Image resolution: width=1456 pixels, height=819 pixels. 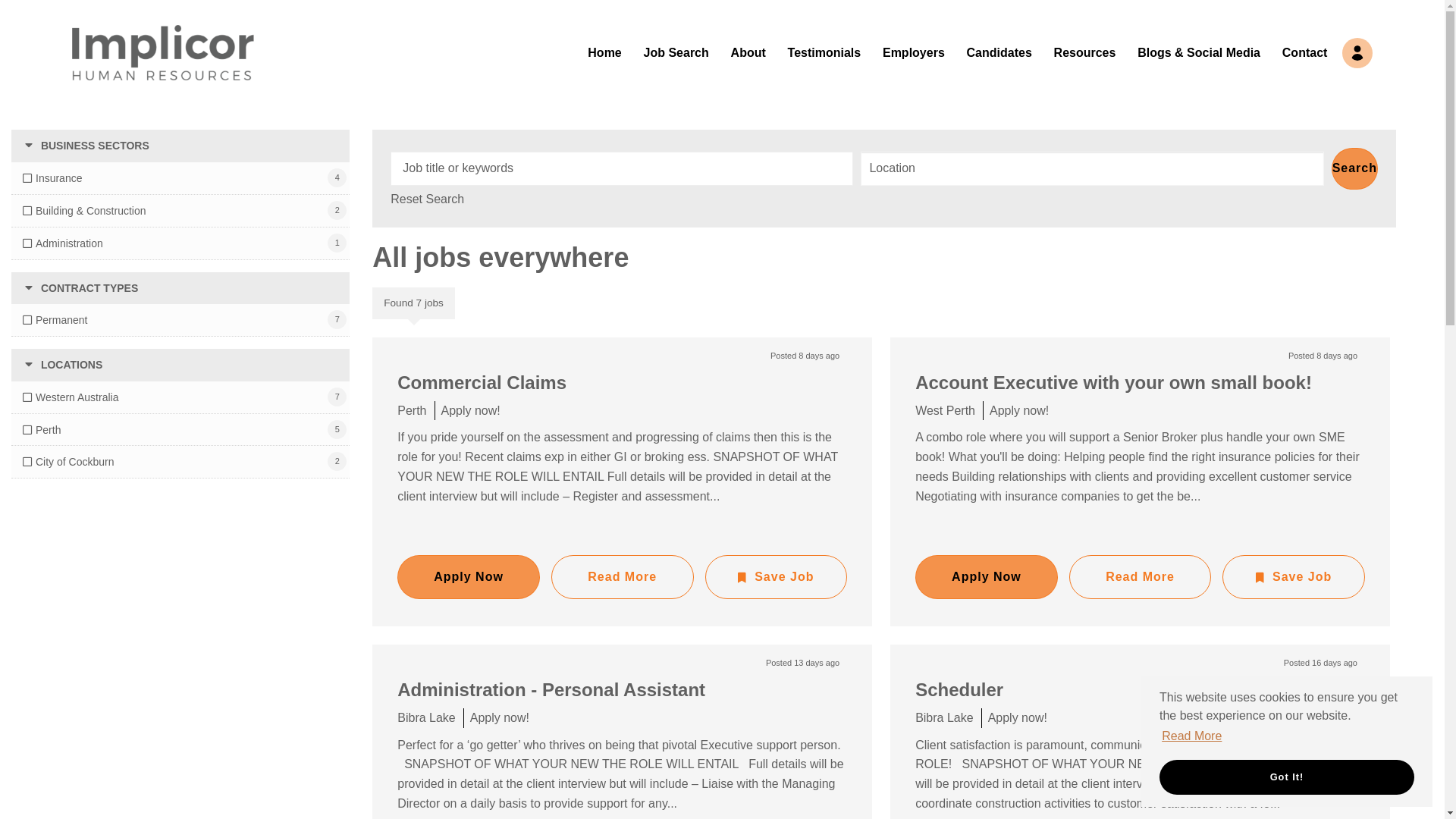 What do you see at coordinates (1281, 52) in the screenshot?
I see `'Contact'` at bounding box center [1281, 52].